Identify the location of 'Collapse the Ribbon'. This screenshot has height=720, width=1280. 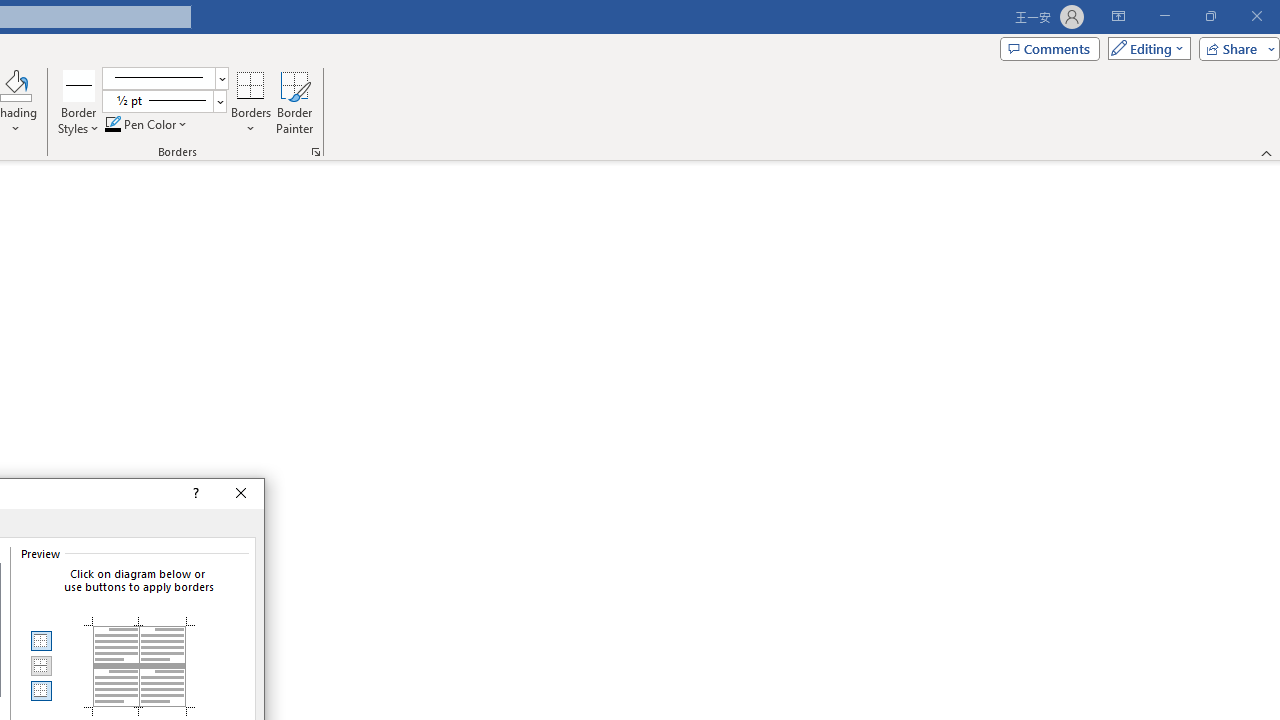
(1266, 152).